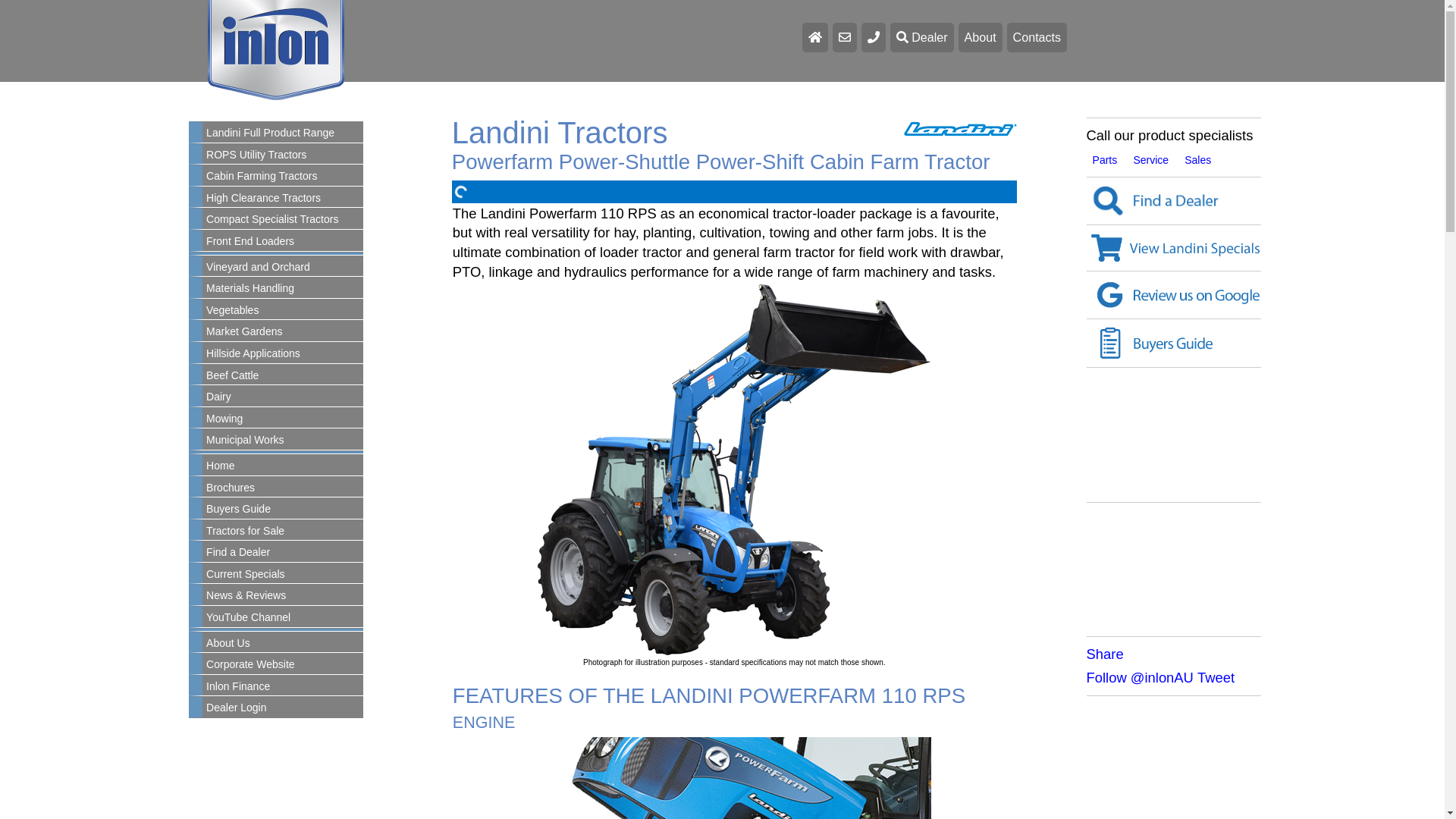 The height and width of the screenshot is (819, 1456). I want to click on 'Buyers Guide', so click(283, 509).